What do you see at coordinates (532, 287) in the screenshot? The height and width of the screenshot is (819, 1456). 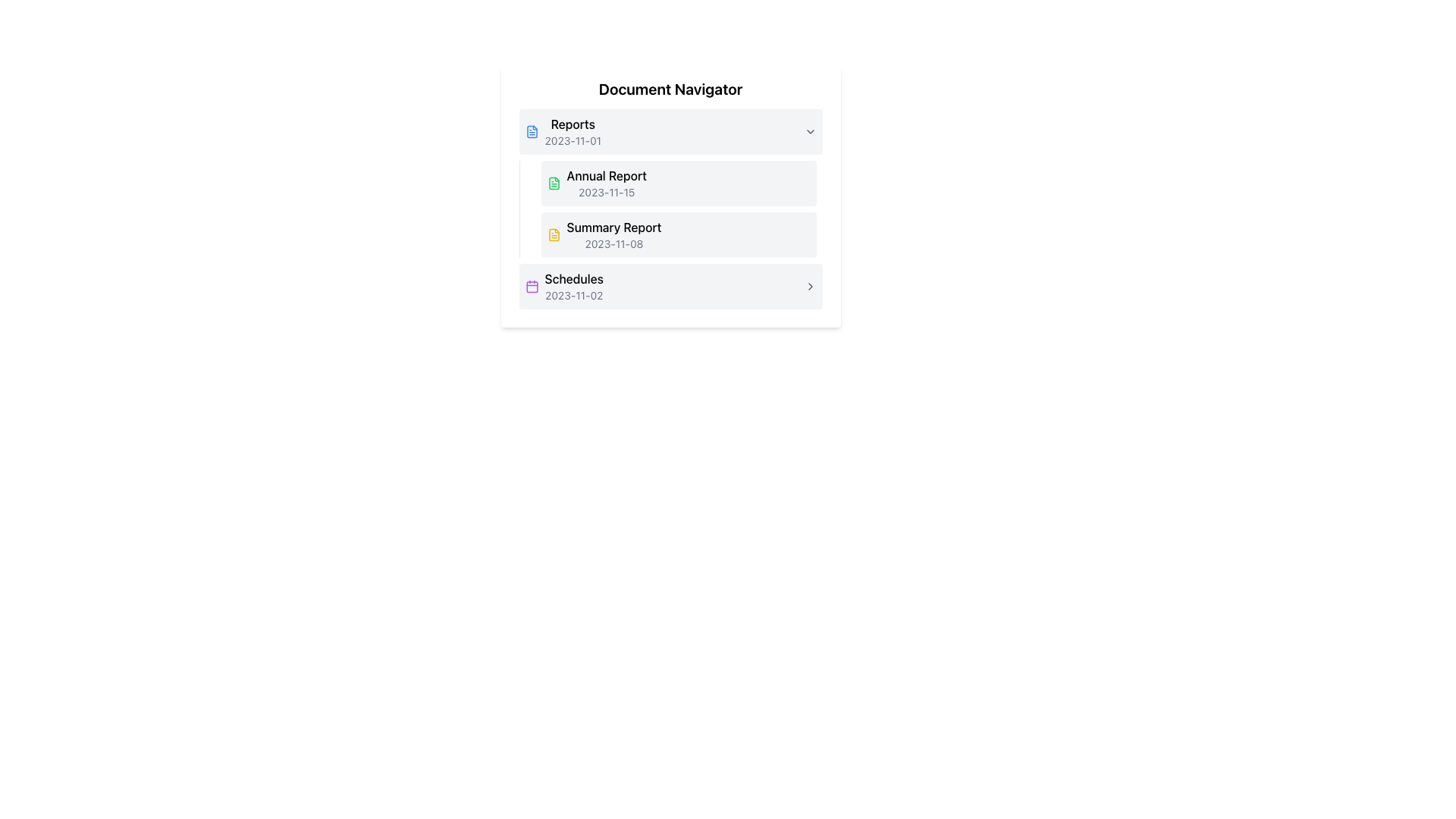 I see `the calendar-like icon with a purple outline located in the 'Schedules' section of the 'Document Navigator' interface` at bounding box center [532, 287].